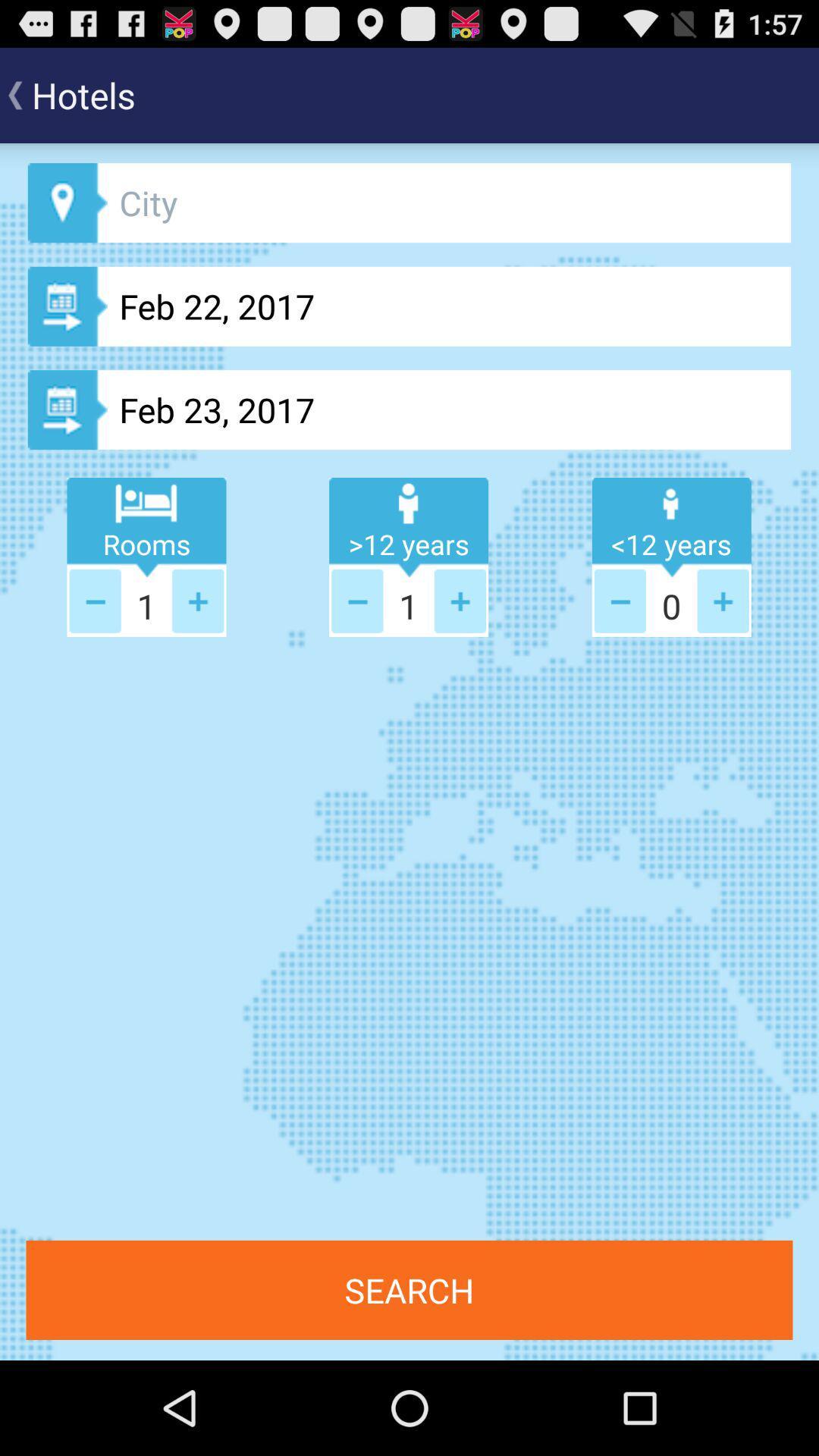  I want to click on the add icon, so click(722, 643).